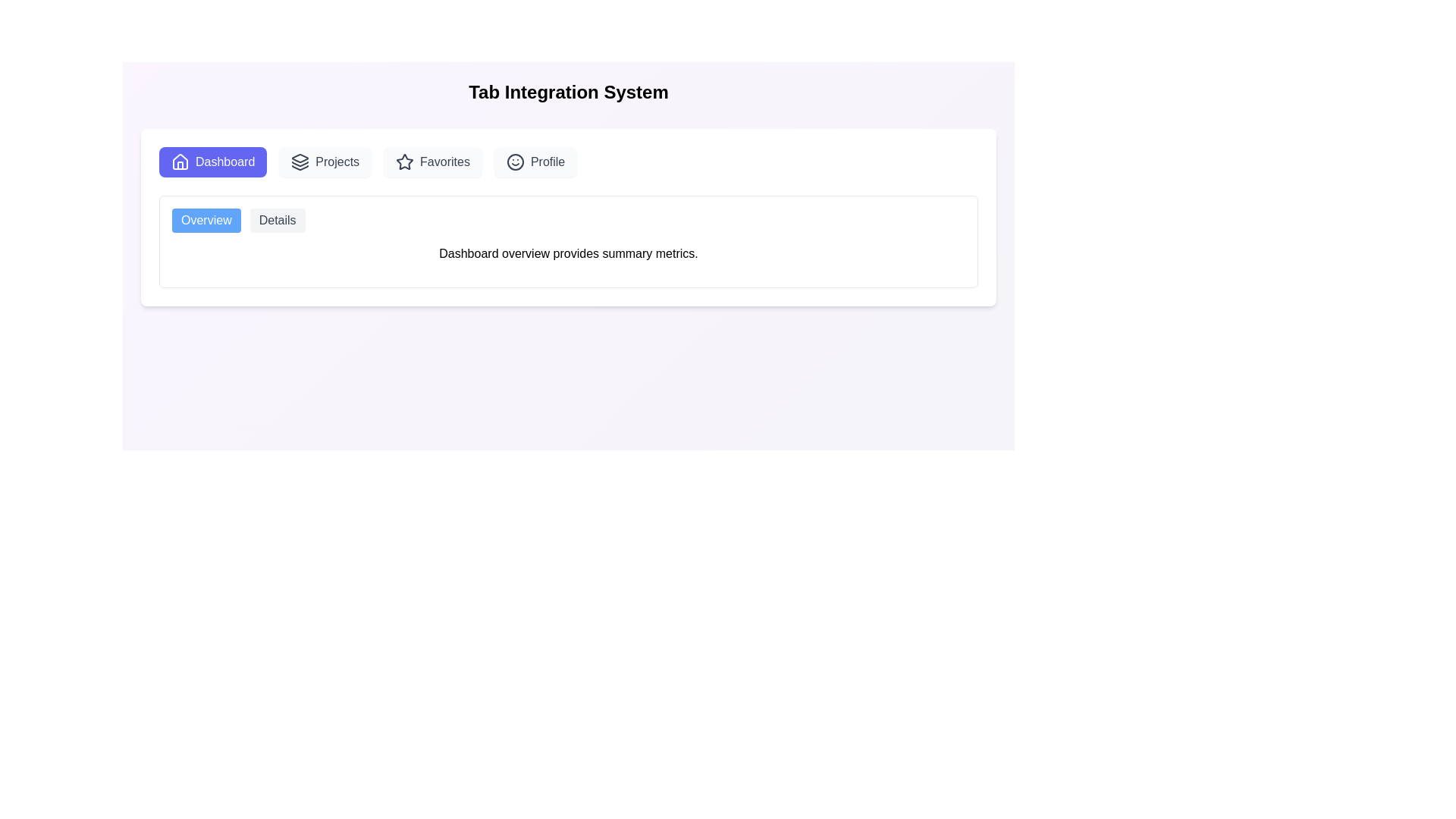  I want to click on the 'Dashboard' button, which is a rounded rectangular button with a purple background and white text, so click(212, 162).